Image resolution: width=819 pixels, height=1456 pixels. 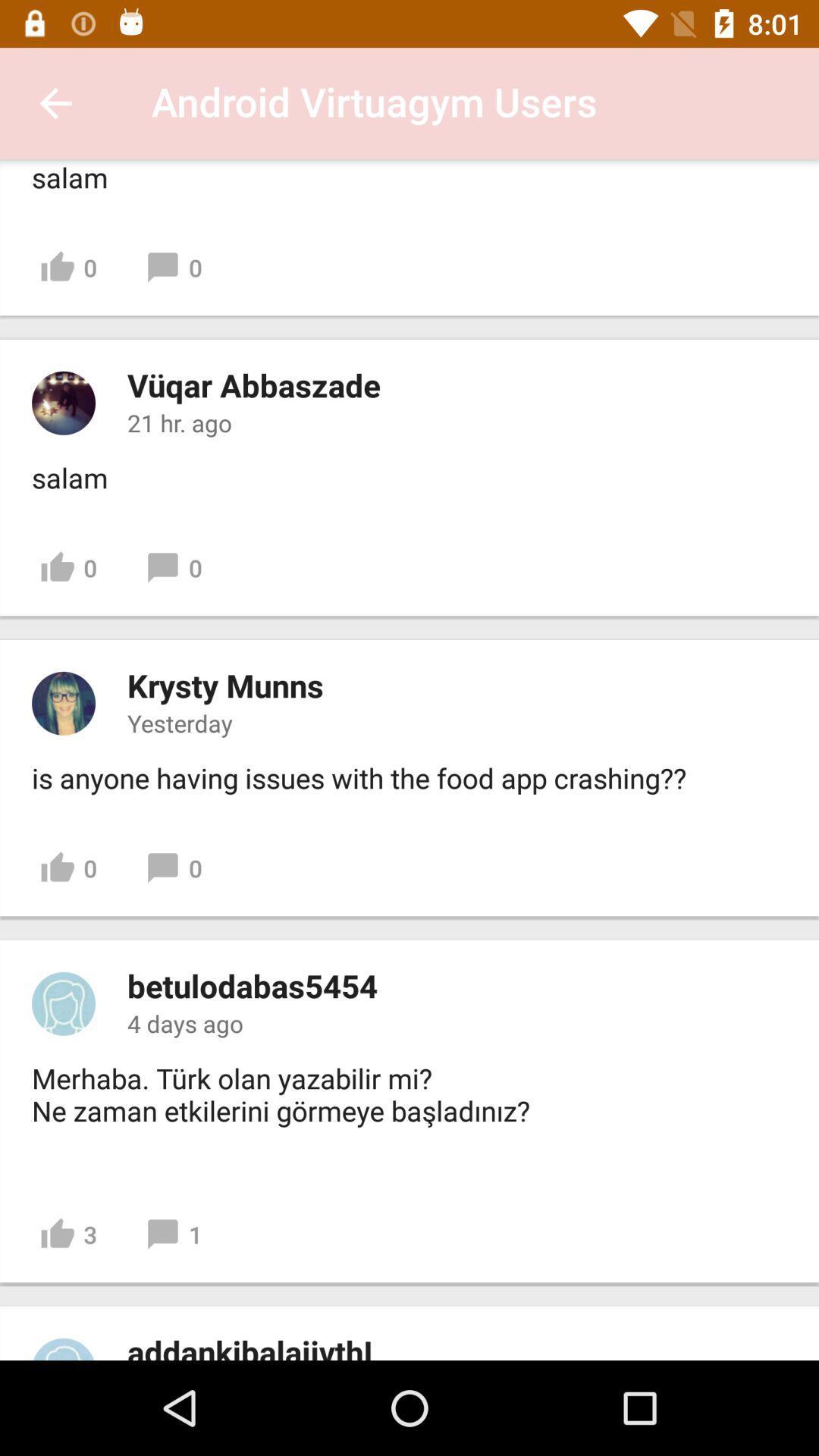 I want to click on is anyone having icon, so click(x=359, y=778).